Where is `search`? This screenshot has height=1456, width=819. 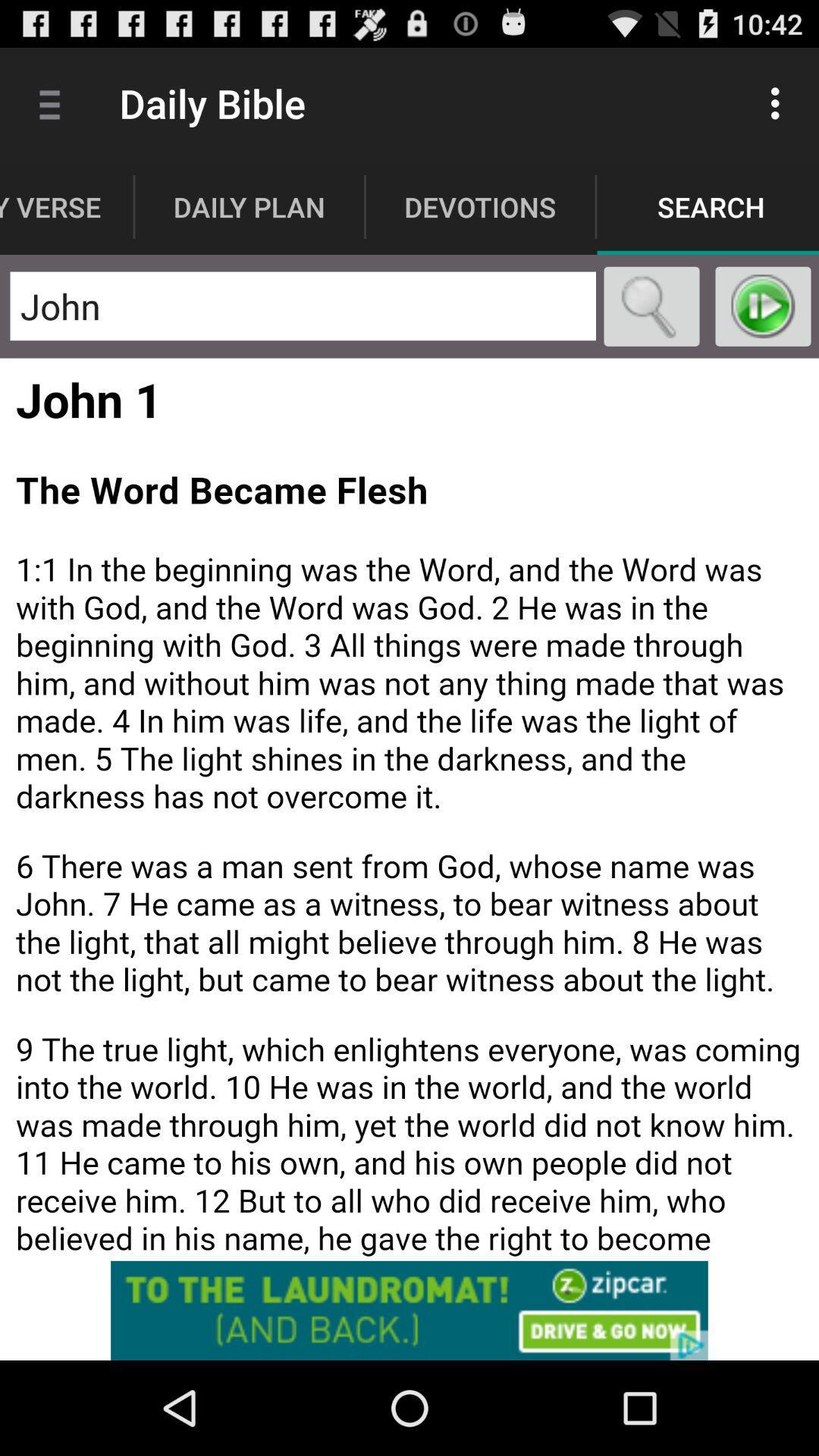 search is located at coordinates (651, 306).